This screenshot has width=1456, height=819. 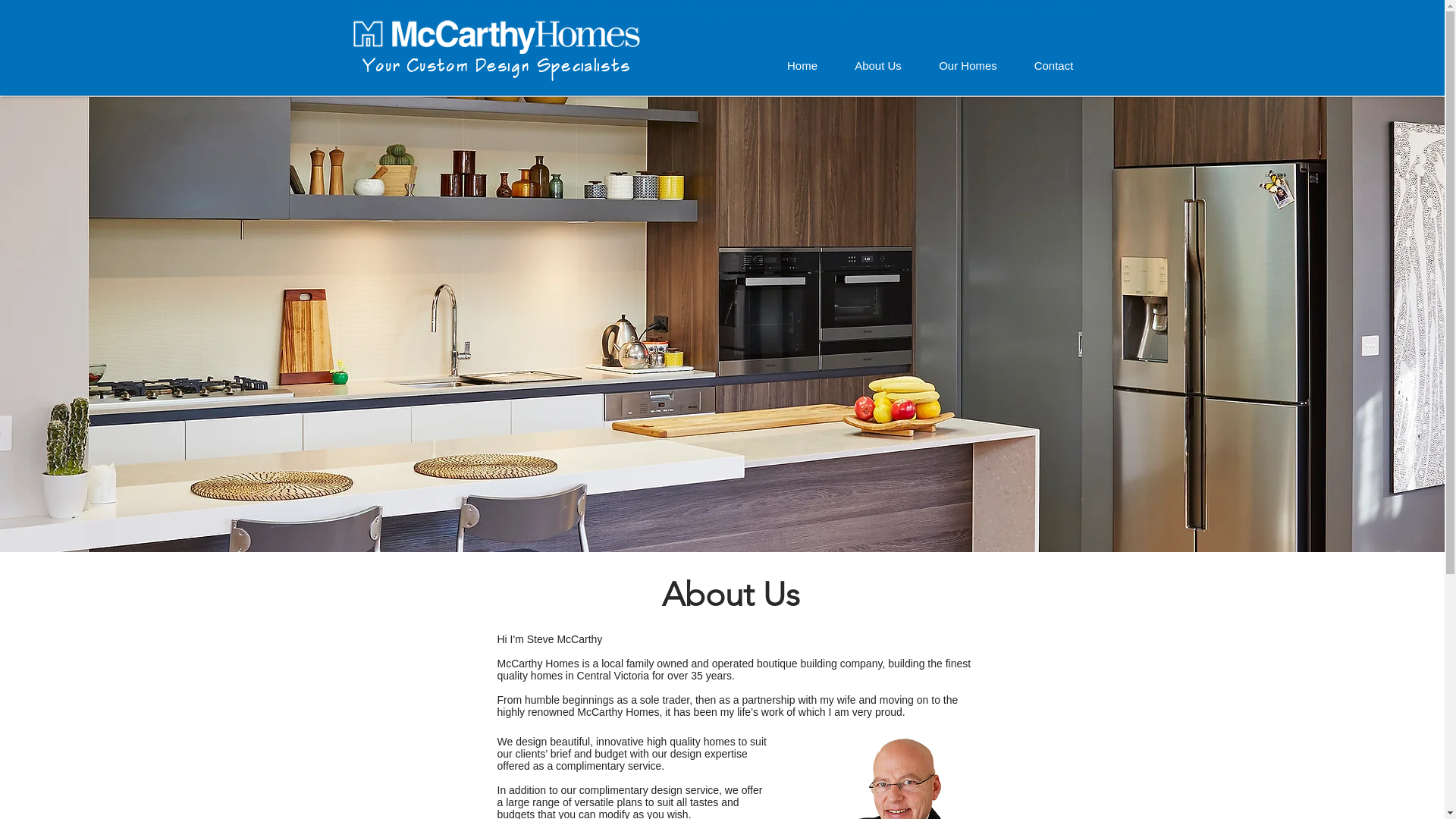 I want to click on 'Contact', so click(x=1053, y=65).